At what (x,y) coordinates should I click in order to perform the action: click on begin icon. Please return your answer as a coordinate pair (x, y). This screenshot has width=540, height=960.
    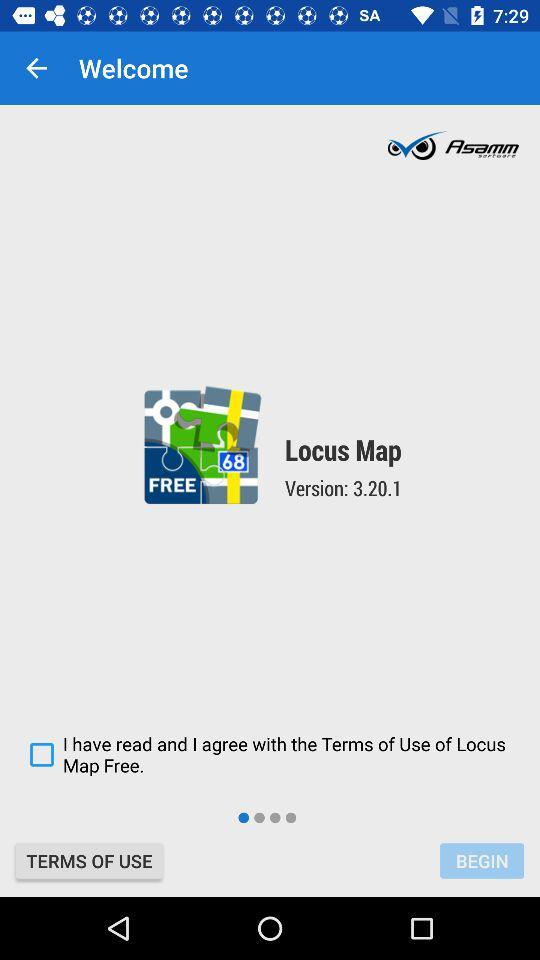
    Looking at the image, I should click on (481, 860).